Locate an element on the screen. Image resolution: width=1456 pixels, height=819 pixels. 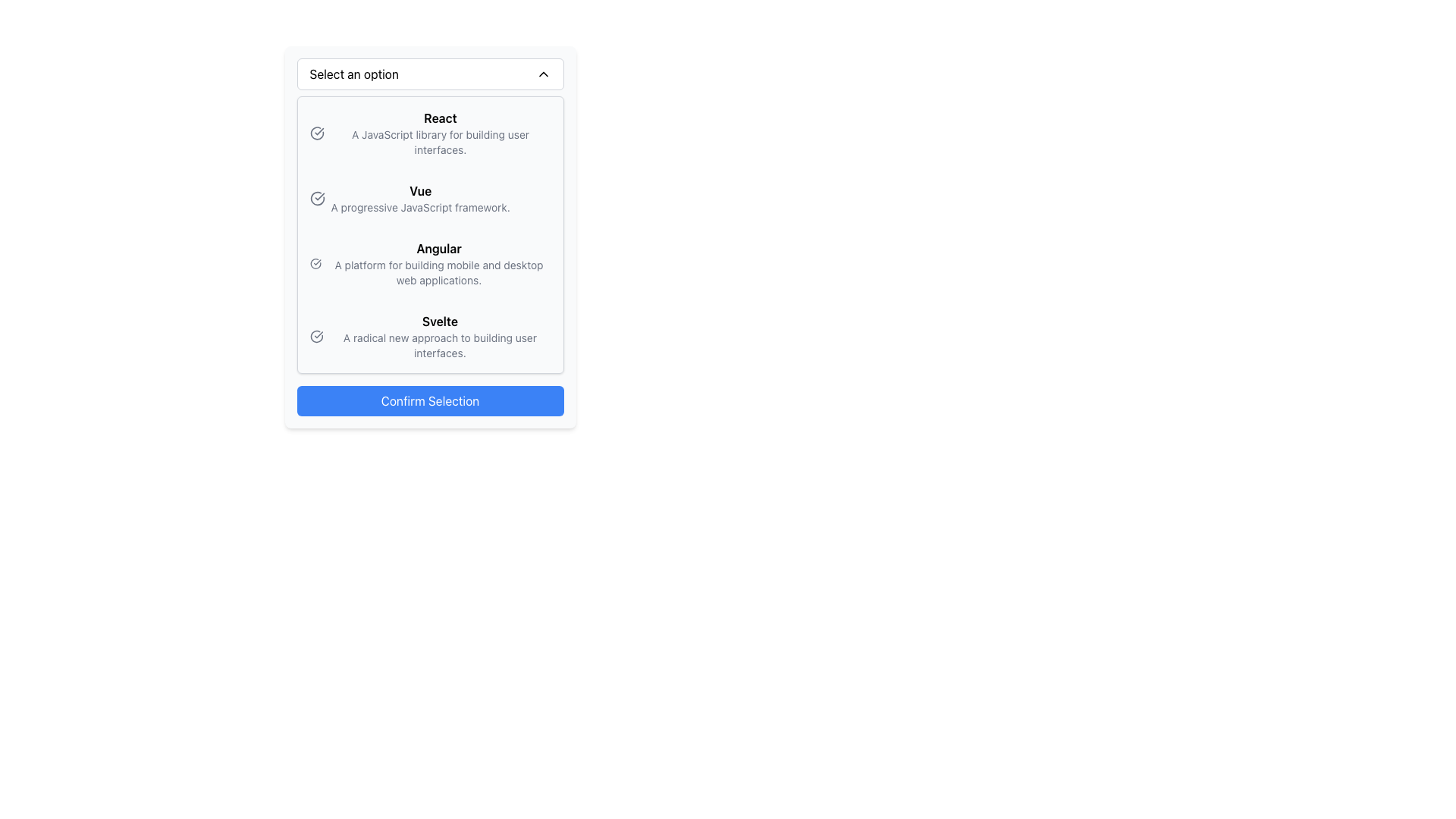
text label titled 'Svelte', which is the fourth entry in the list of JavaScript frameworks, positioned below 'Angular' and above its description is located at coordinates (439, 321).